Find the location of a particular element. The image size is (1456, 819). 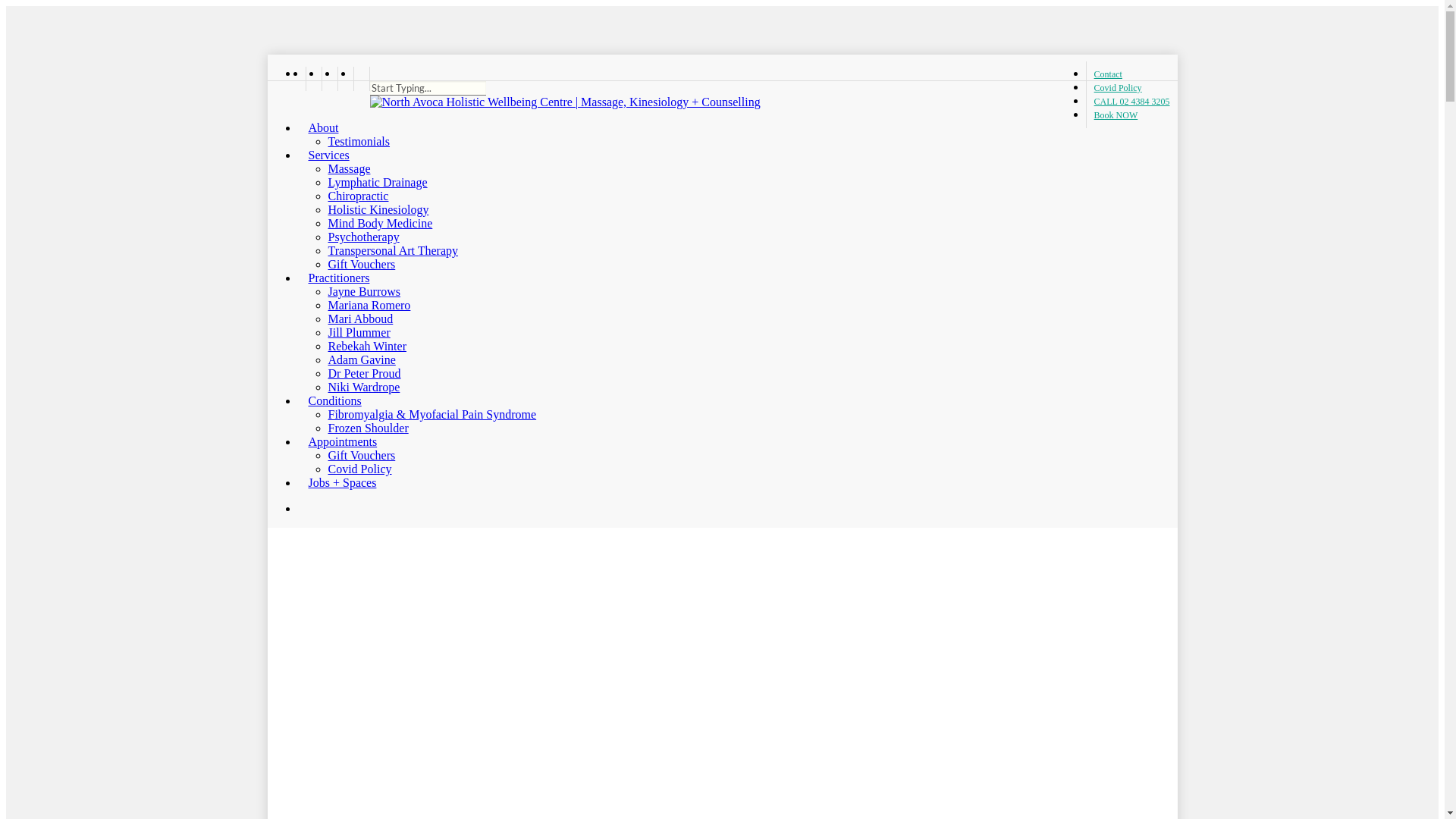

'Covid Policy' is located at coordinates (1117, 87).